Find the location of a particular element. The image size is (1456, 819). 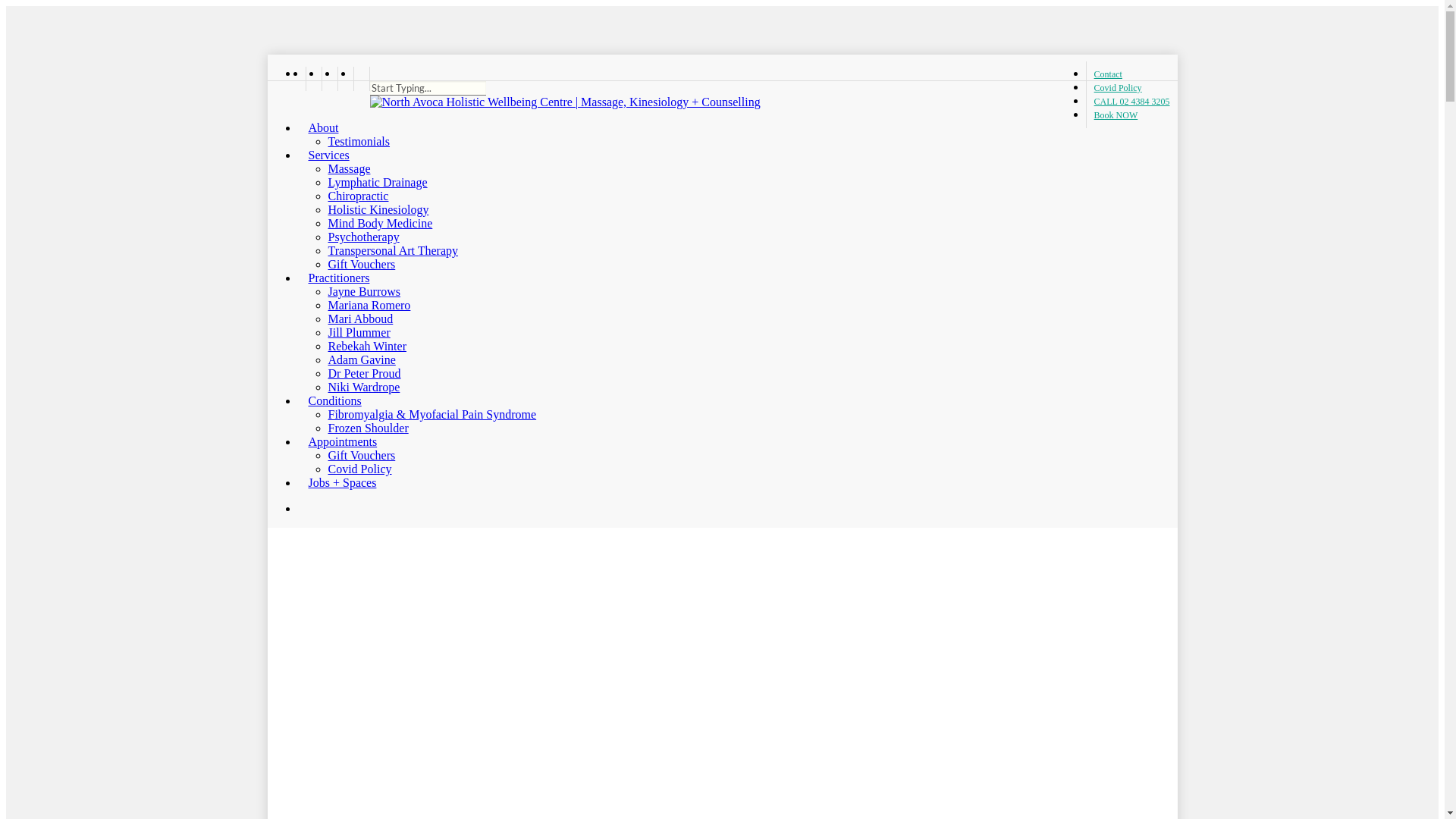

'Covid Policy' is located at coordinates (1117, 87).